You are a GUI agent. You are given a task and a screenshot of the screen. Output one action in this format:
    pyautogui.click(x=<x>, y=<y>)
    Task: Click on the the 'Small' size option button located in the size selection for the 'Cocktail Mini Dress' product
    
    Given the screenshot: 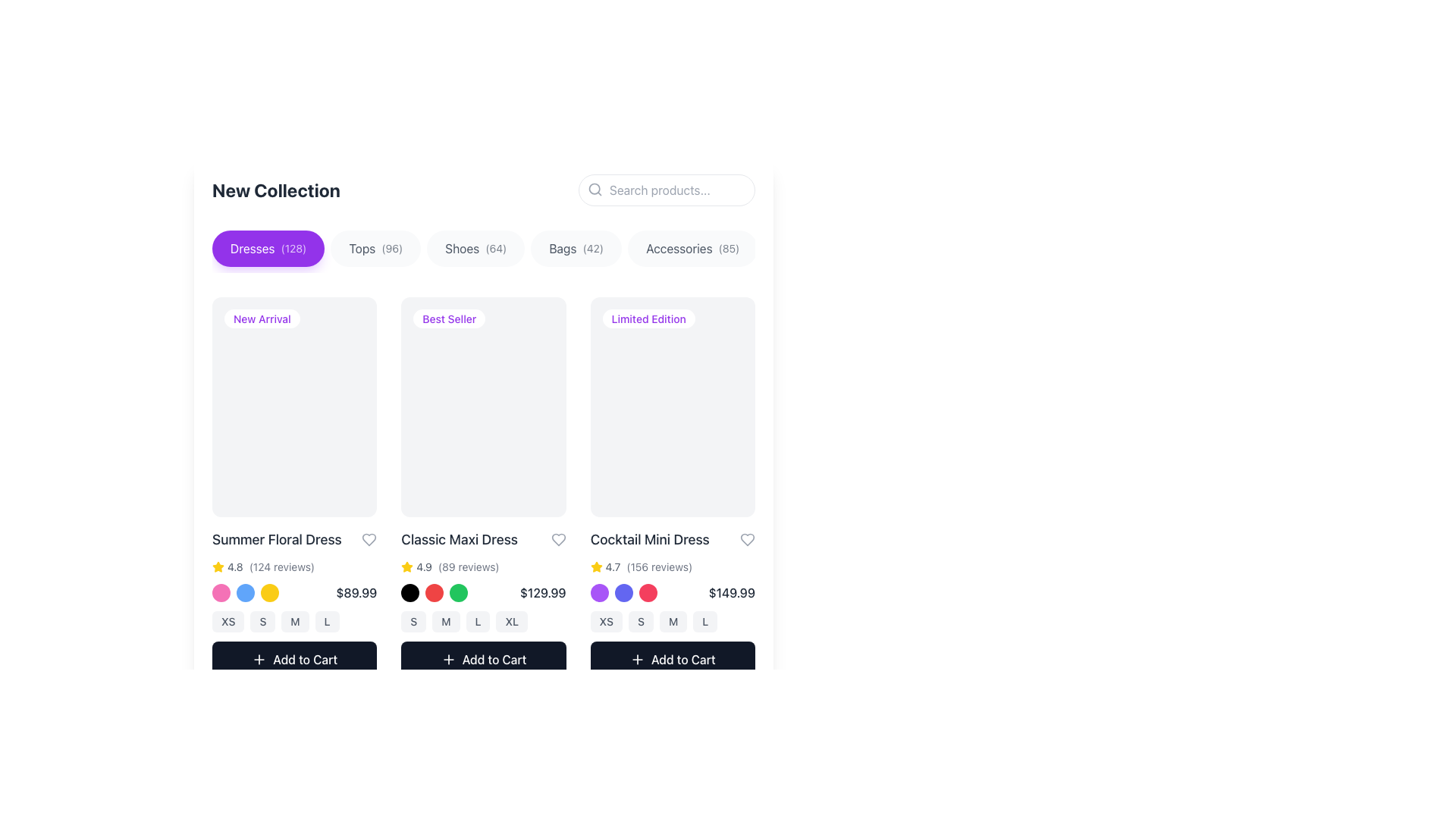 What is the action you would take?
    pyautogui.click(x=641, y=621)
    